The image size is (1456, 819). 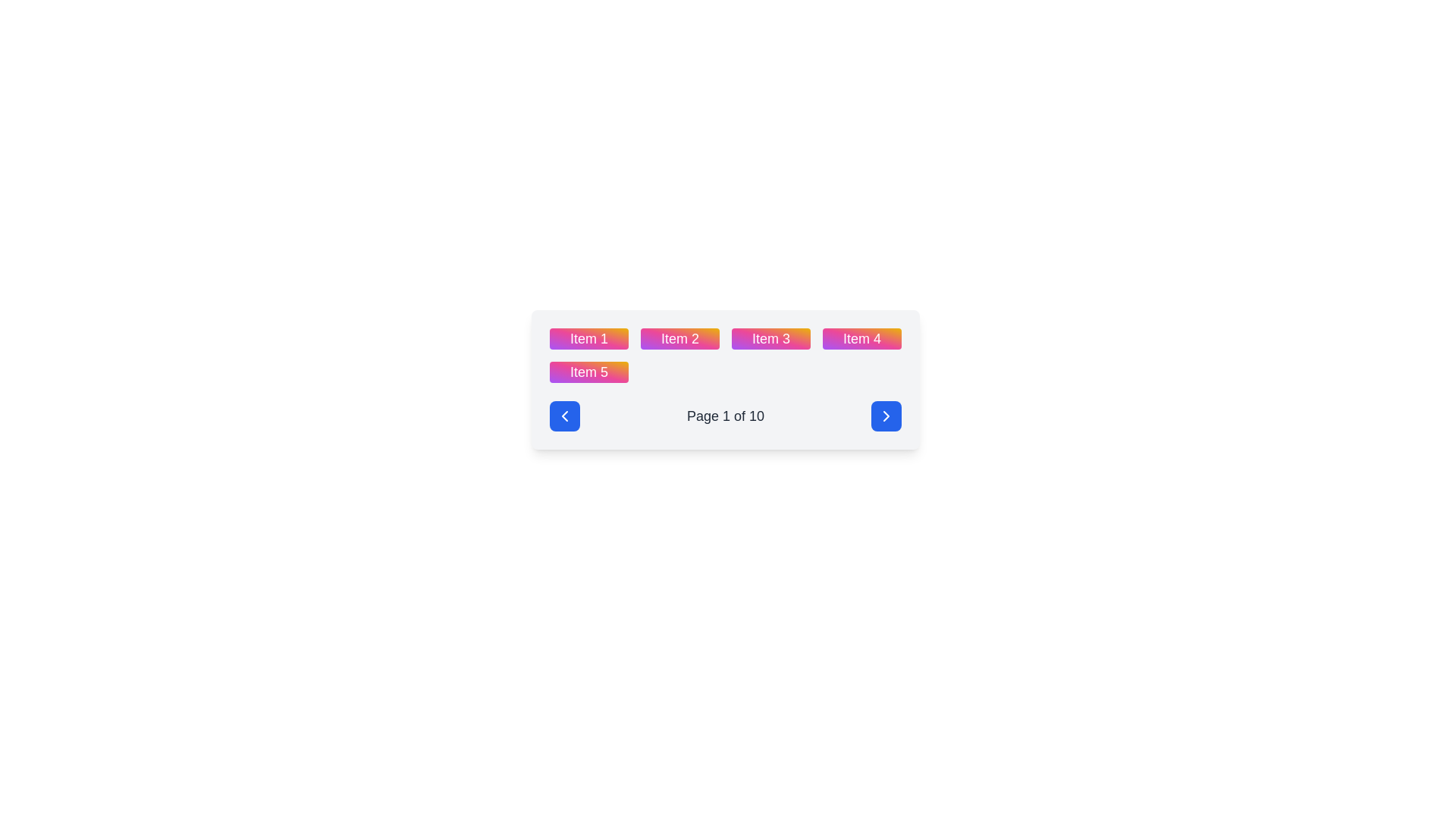 I want to click on the navigation button located to the left of the text 'Page 1 of 10' to go to the previous page, so click(x=563, y=416).